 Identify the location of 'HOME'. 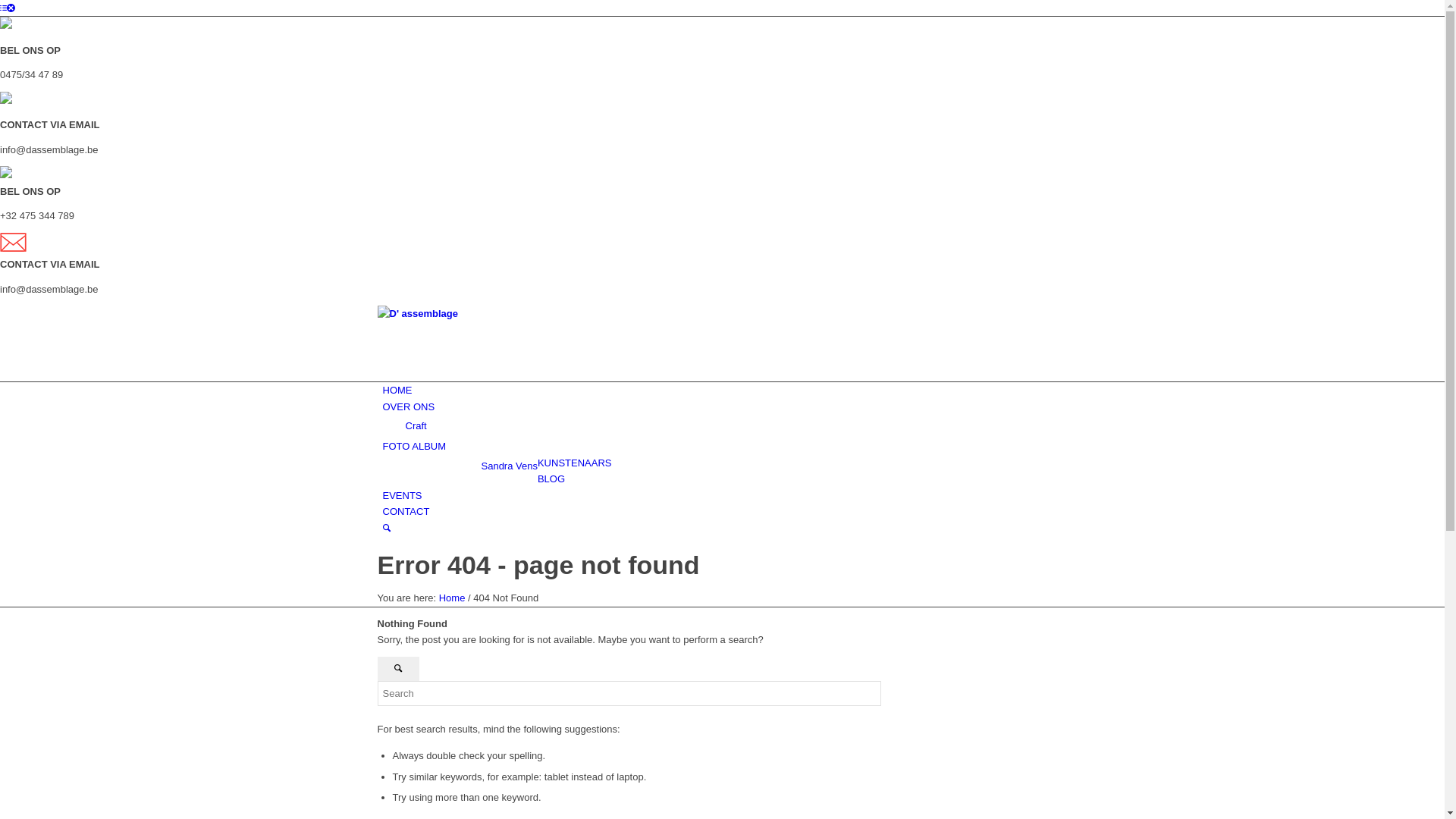
(382, 389).